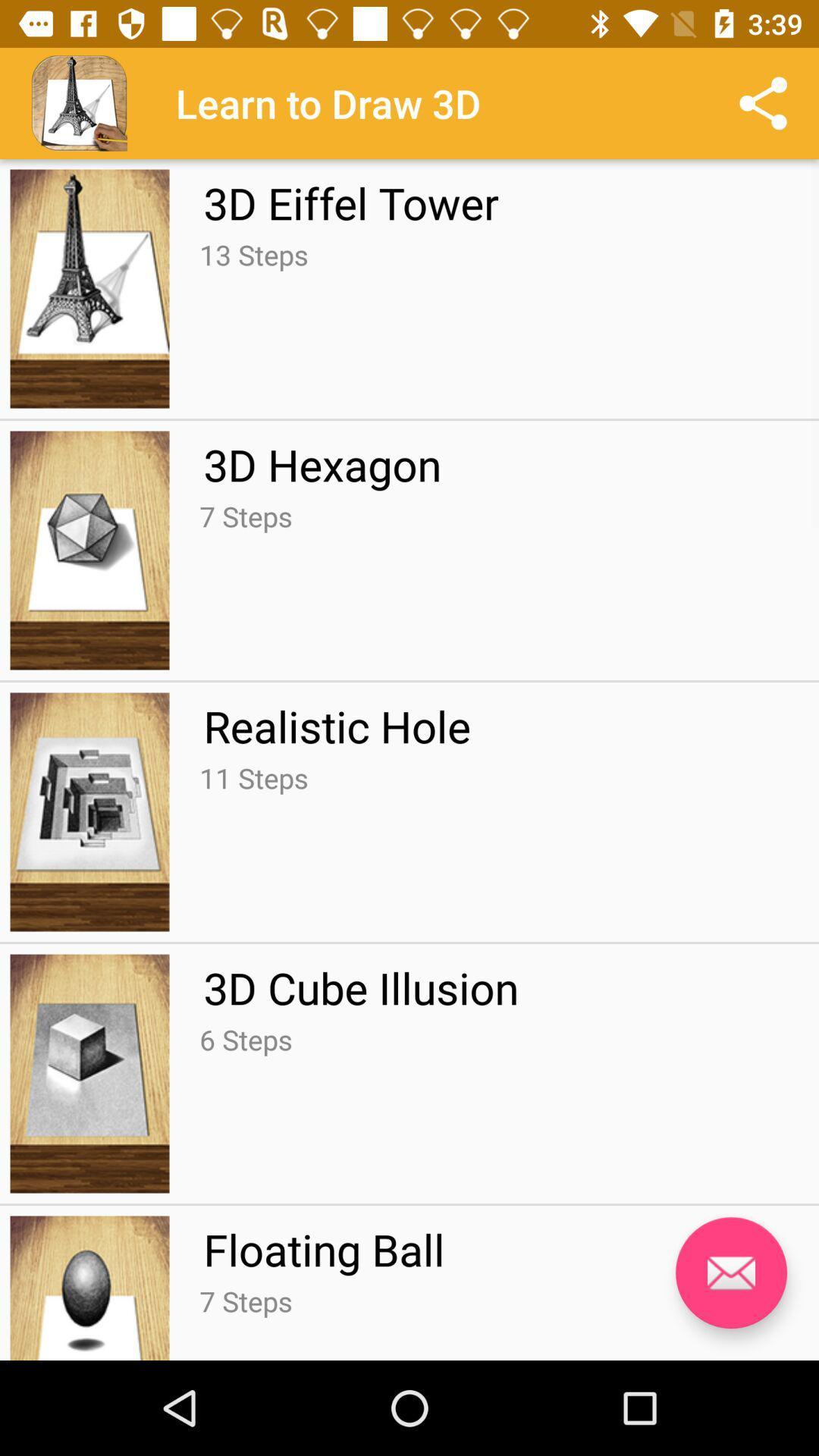 The height and width of the screenshot is (1456, 819). What do you see at coordinates (730, 1272) in the screenshot?
I see `compose email` at bounding box center [730, 1272].